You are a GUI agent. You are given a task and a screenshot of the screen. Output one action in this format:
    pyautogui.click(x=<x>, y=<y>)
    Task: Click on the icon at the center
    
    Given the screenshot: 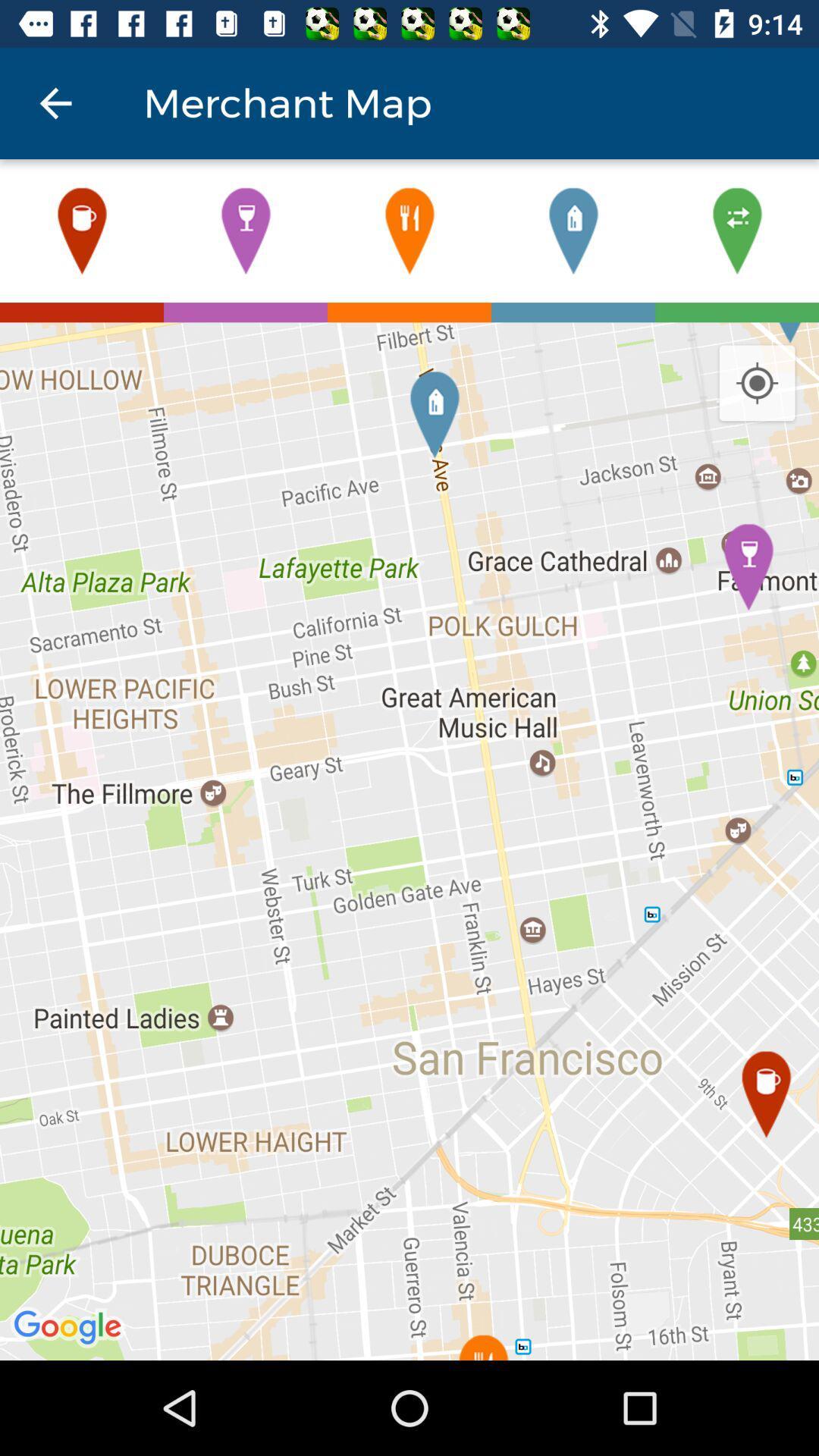 What is the action you would take?
    pyautogui.click(x=409, y=840)
    